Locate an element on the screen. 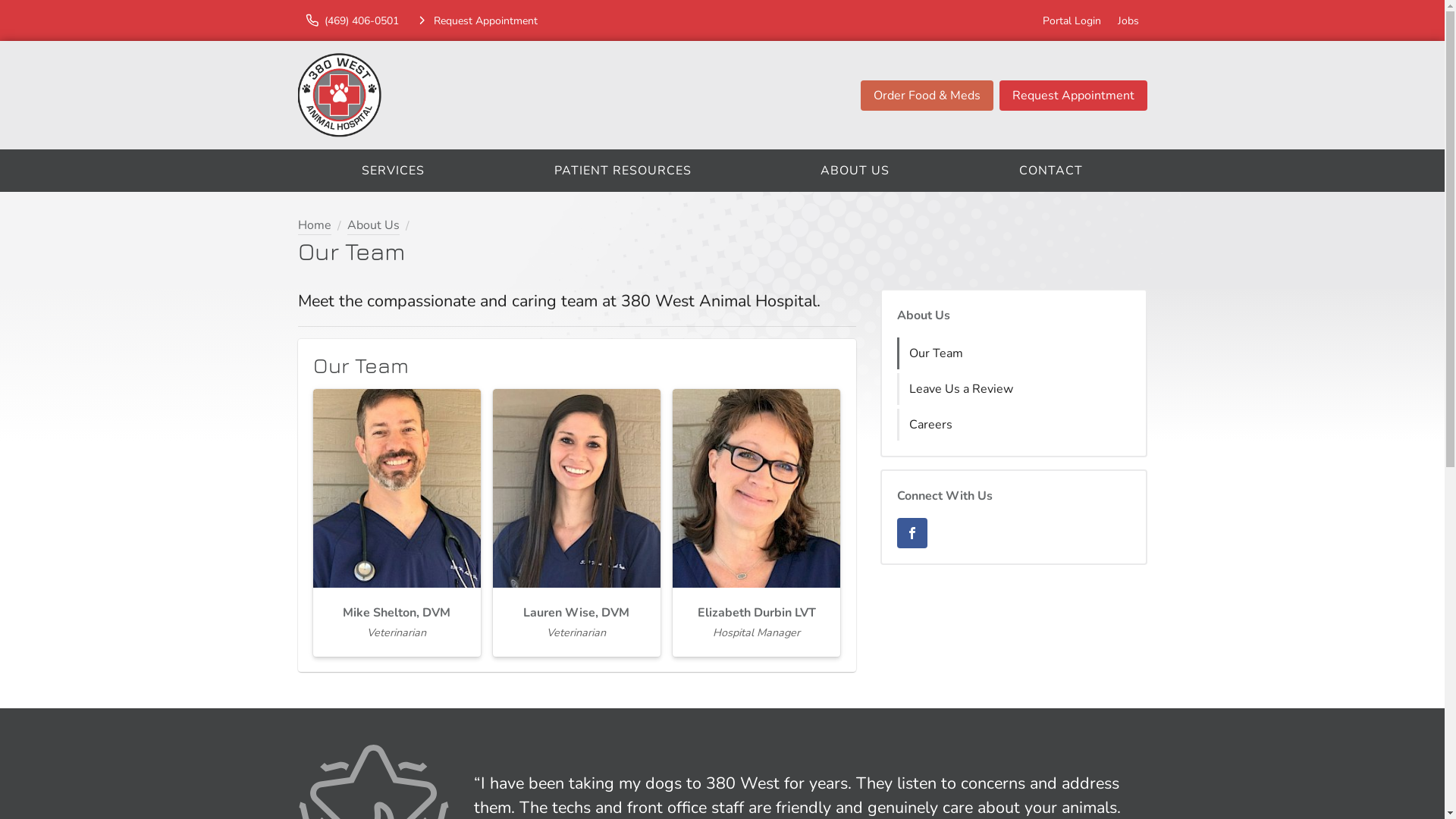 The height and width of the screenshot is (819, 1456). 'Portal Login' is located at coordinates (1033, 20).